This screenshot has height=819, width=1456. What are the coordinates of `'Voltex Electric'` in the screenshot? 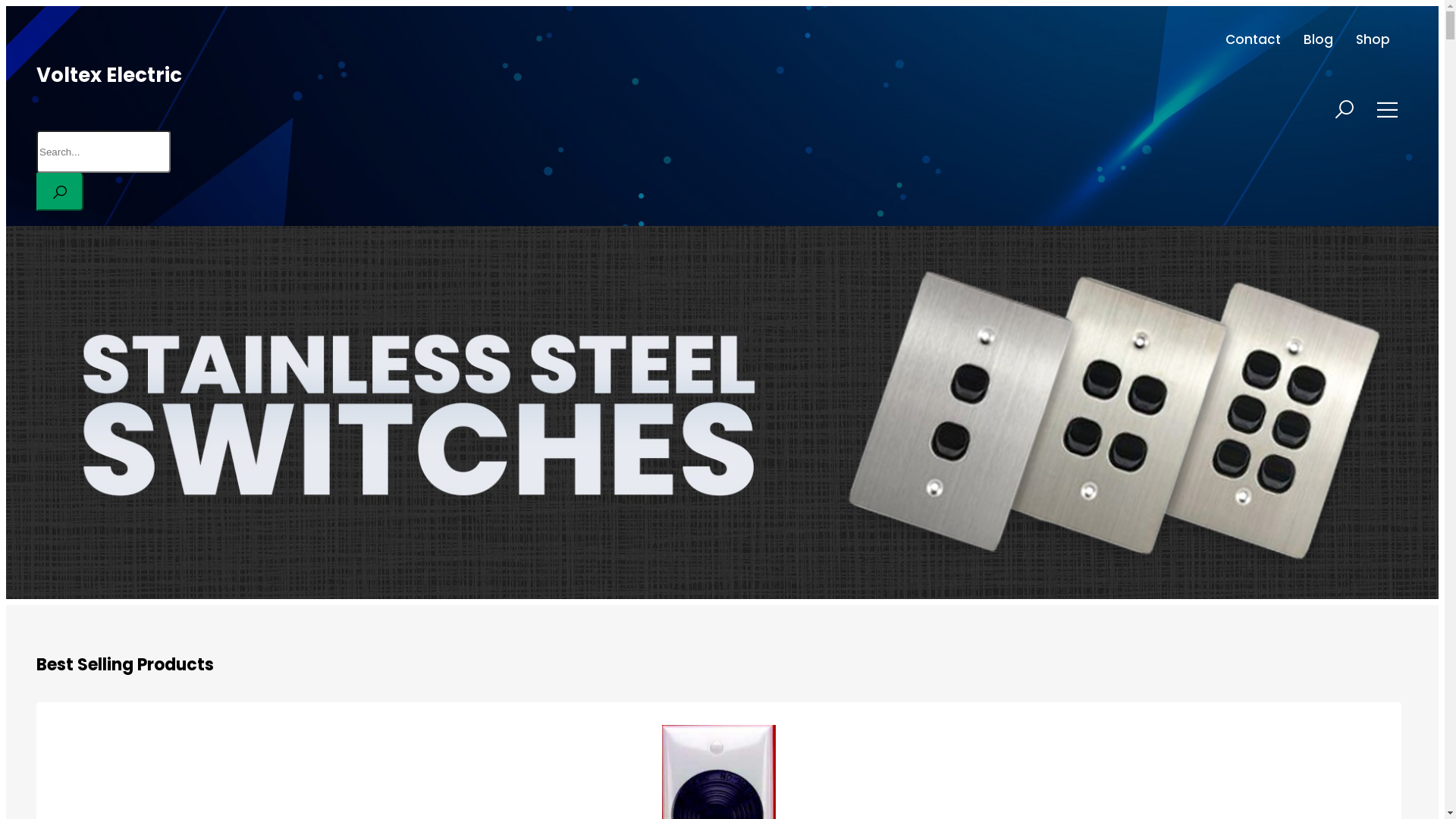 It's located at (36, 75).